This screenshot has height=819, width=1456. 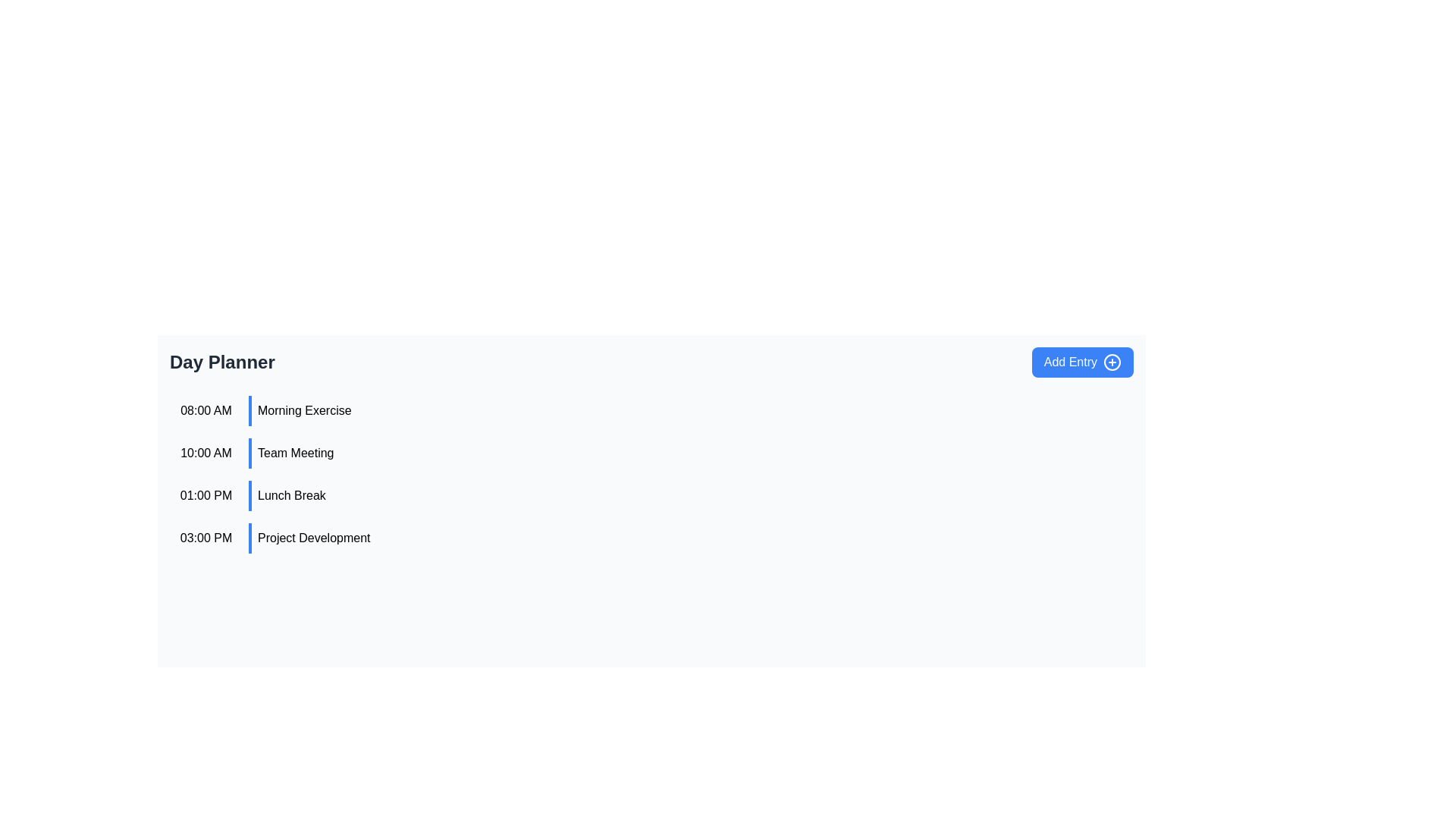 What do you see at coordinates (250, 496) in the screenshot?
I see `the Decorative Separator located between the '01:00 PM' label on the left and the 'Lunch Break' label on the right` at bounding box center [250, 496].